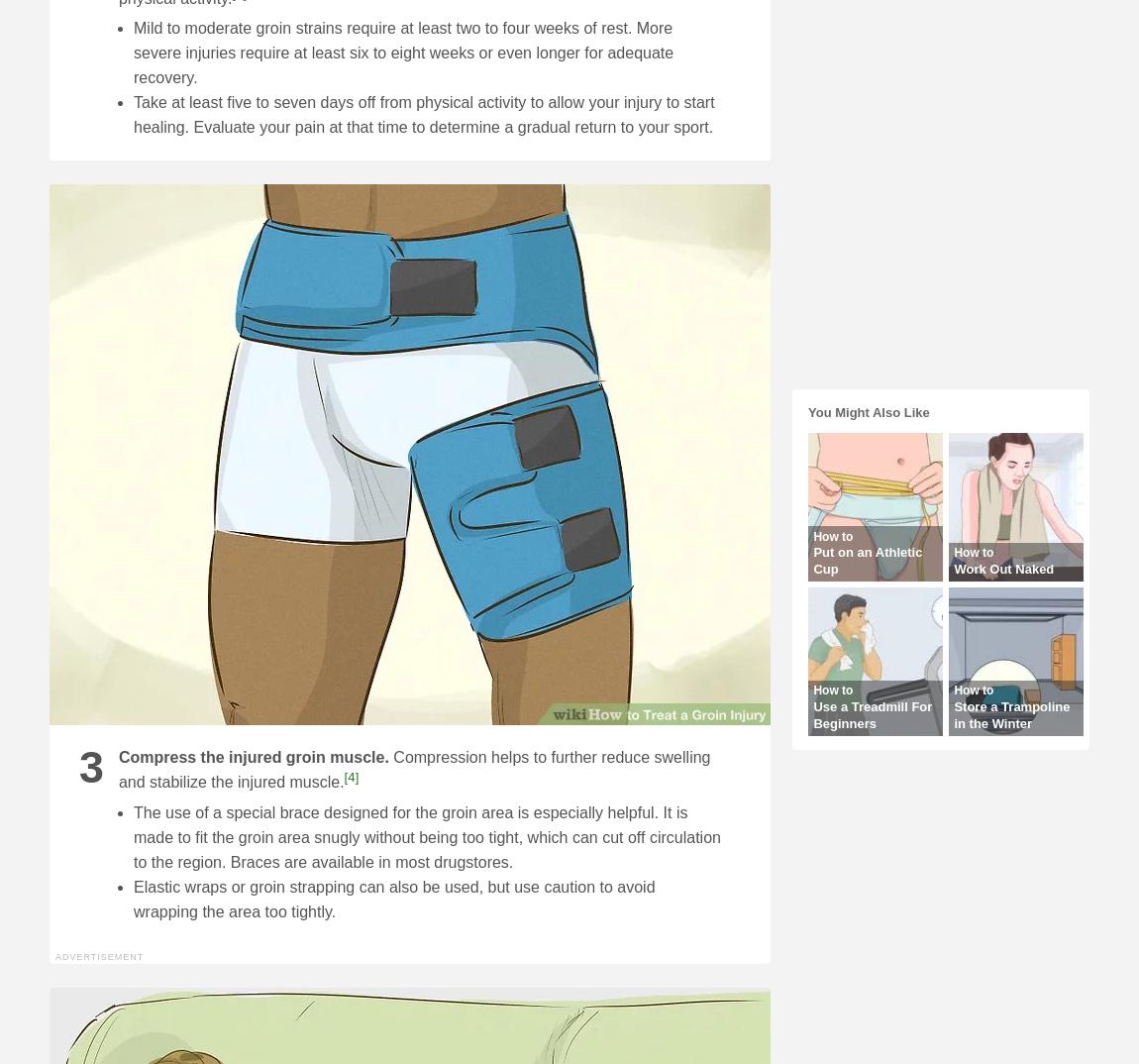  Describe the element at coordinates (427, 836) in the screenshot. I see `'The use of a special brace designed for the groin area is especially helpful. It is made to fit the groin area snugly without being too tight, which can cut off circulation to the region. Braces are available in most drugstores.'` at that location.